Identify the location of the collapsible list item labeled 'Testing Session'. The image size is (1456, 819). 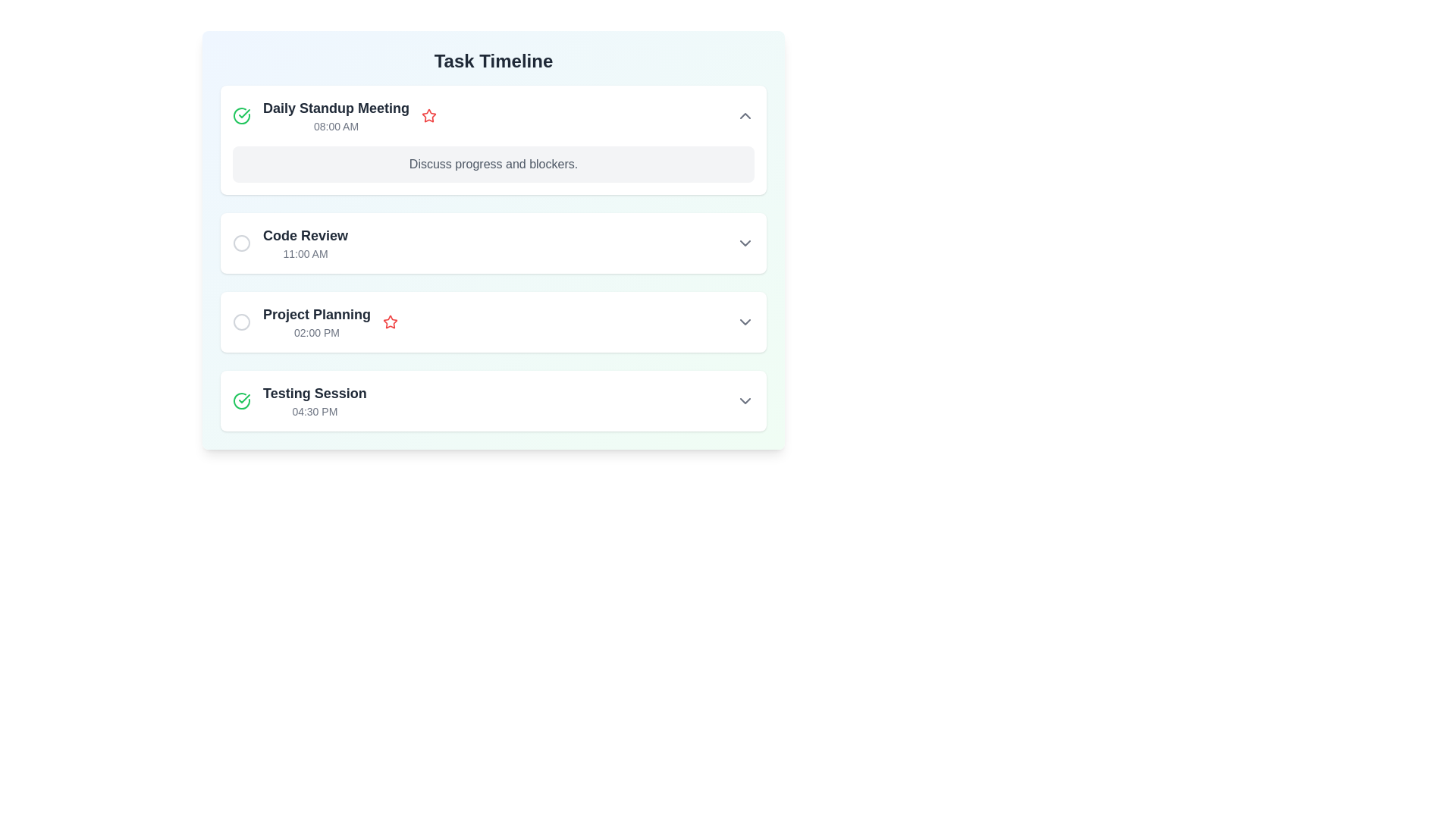
(494, 400).